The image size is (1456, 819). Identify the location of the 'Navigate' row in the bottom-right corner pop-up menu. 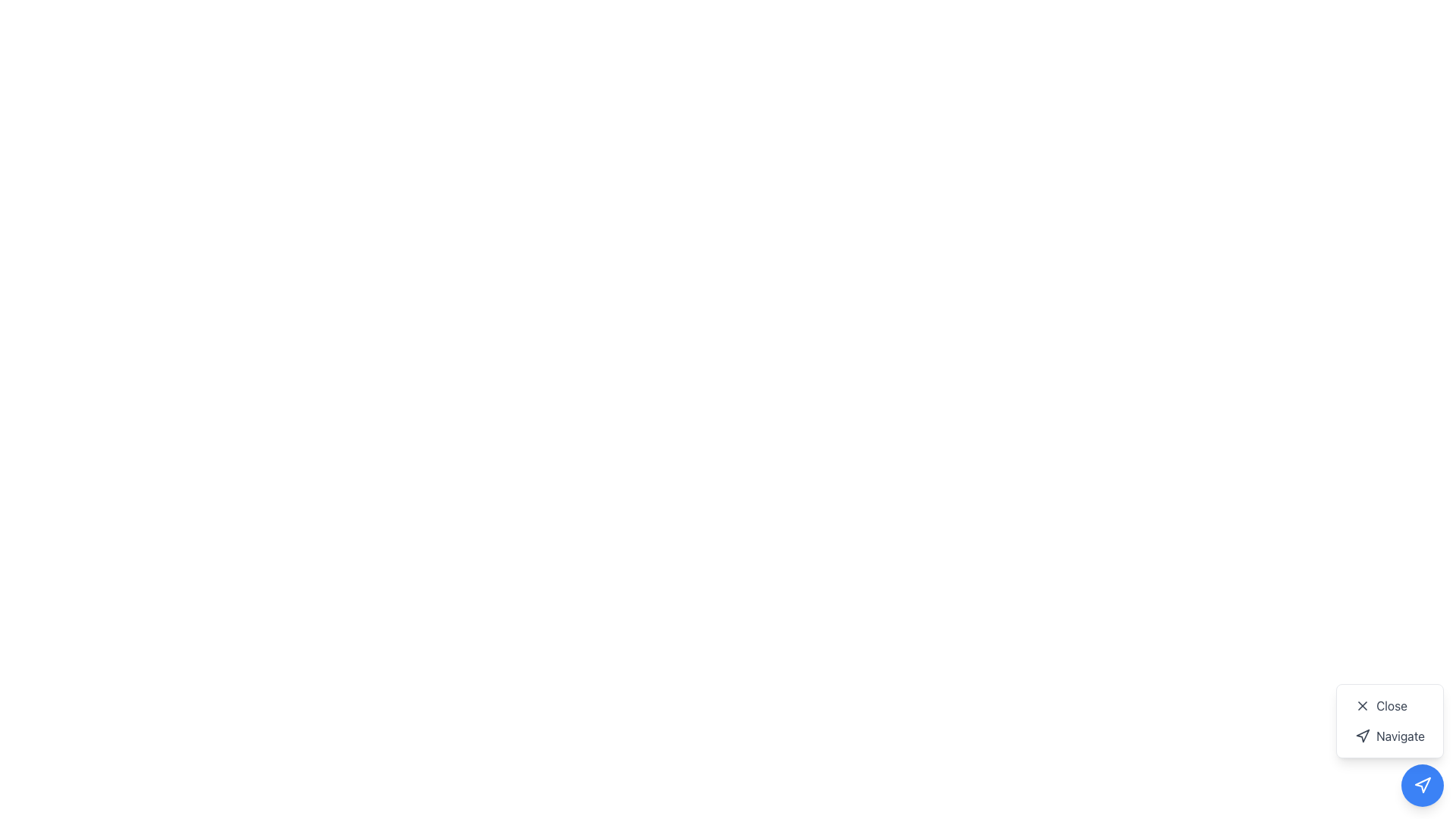
(1390, 720).